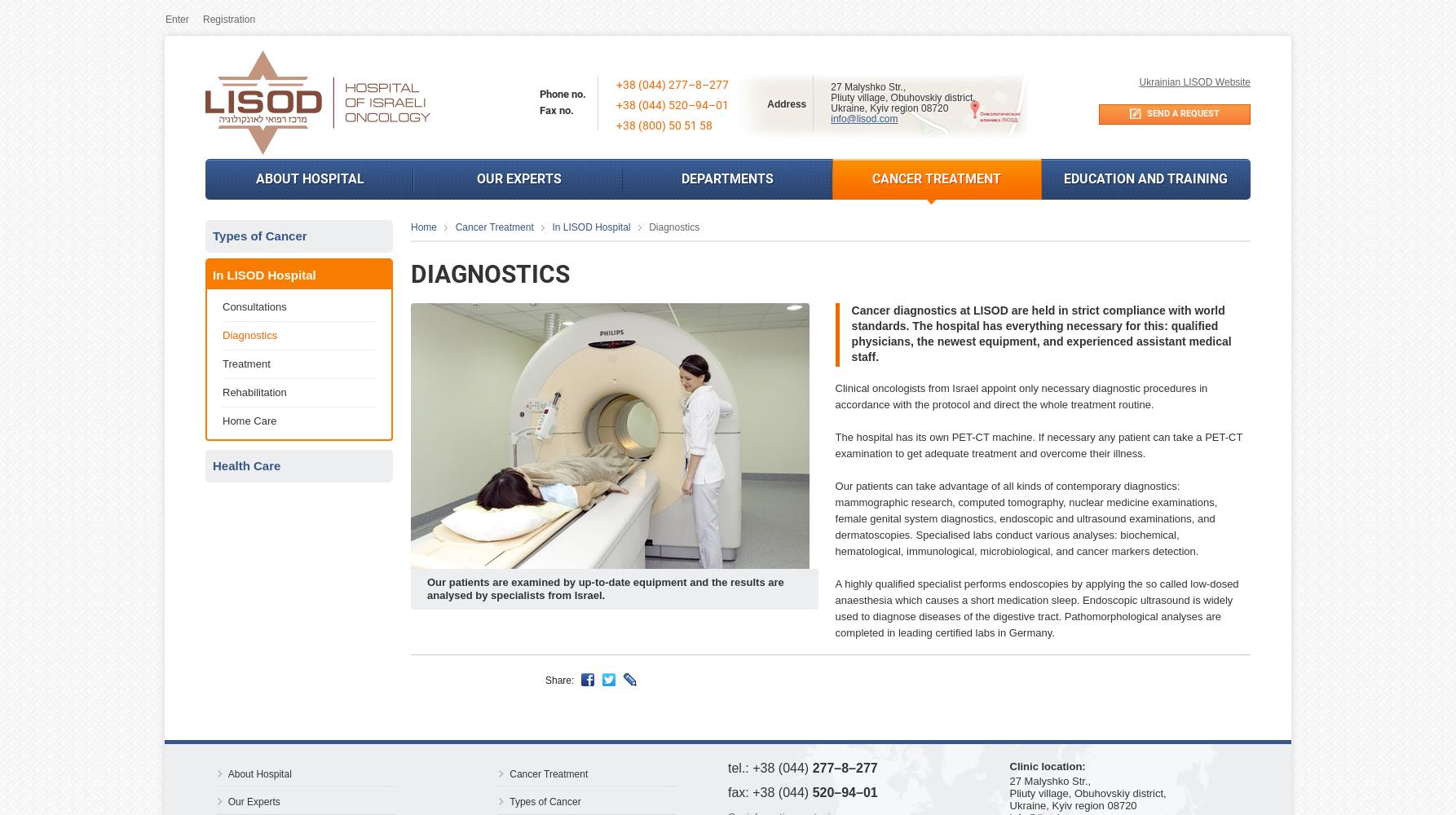 This screenshot has height=815, width=1456. I want to click on 'Rehabilitation', so click(254, 391).